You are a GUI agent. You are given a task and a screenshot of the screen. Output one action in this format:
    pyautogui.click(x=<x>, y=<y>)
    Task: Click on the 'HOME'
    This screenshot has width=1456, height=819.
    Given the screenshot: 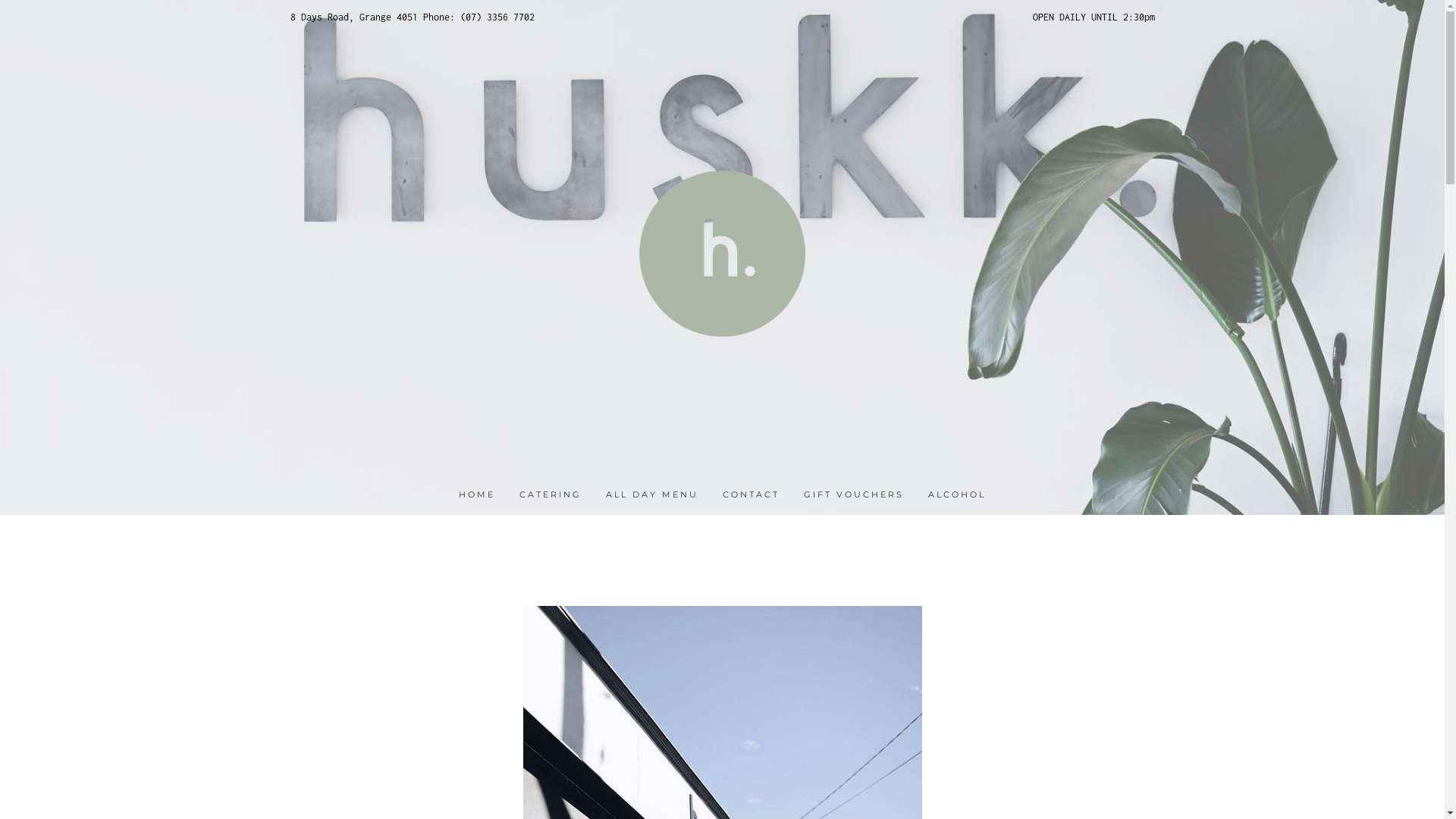 What is the action you would take?
    pyautogui.click(x=475, y=495)
    